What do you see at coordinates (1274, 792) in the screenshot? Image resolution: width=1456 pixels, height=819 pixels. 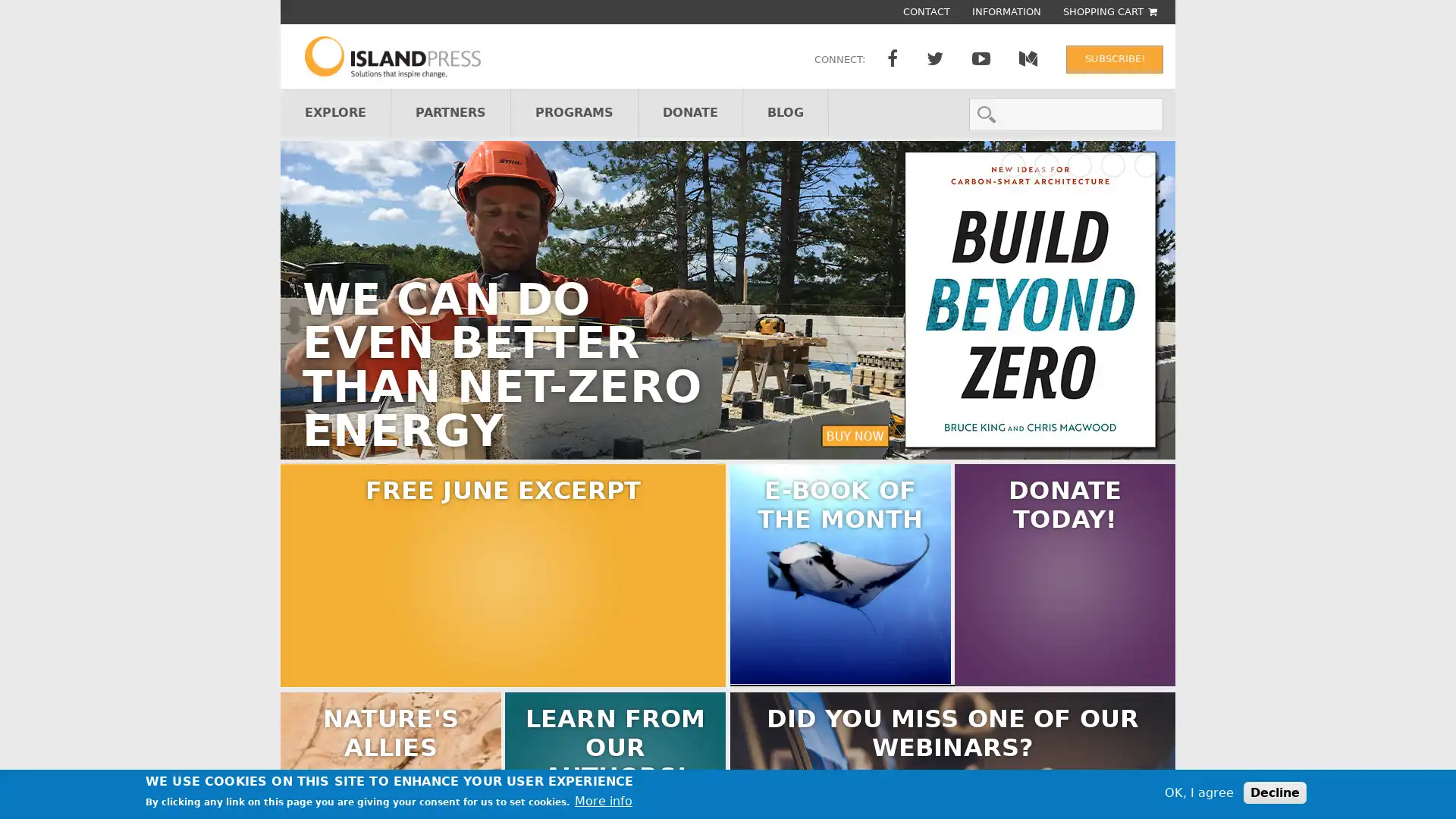 I see `Decline` at bounding box center [1274, 792].